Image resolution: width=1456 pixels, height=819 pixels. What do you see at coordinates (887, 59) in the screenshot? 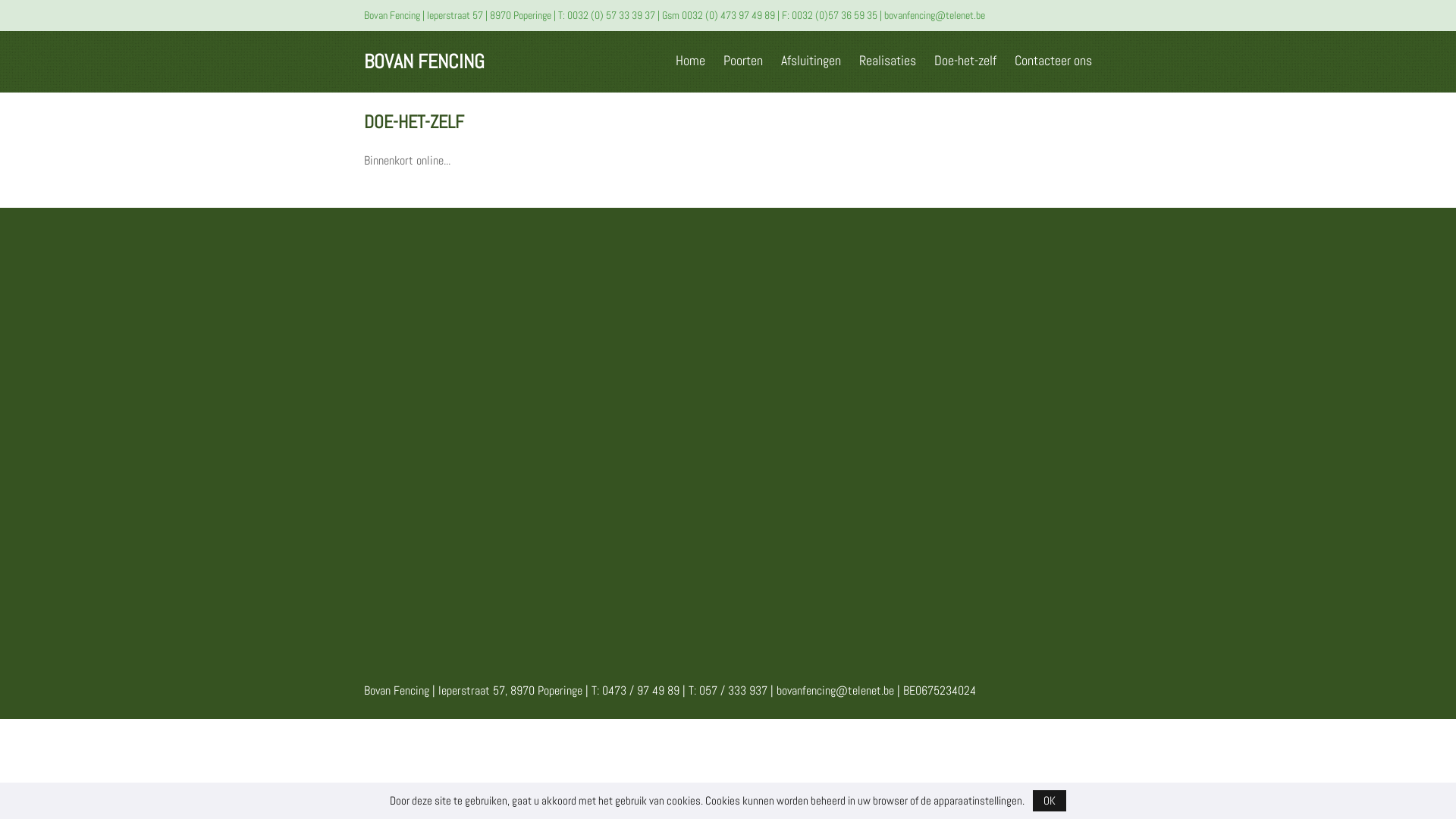
I see `'Realisaties'` at bounding box center [887, 59].